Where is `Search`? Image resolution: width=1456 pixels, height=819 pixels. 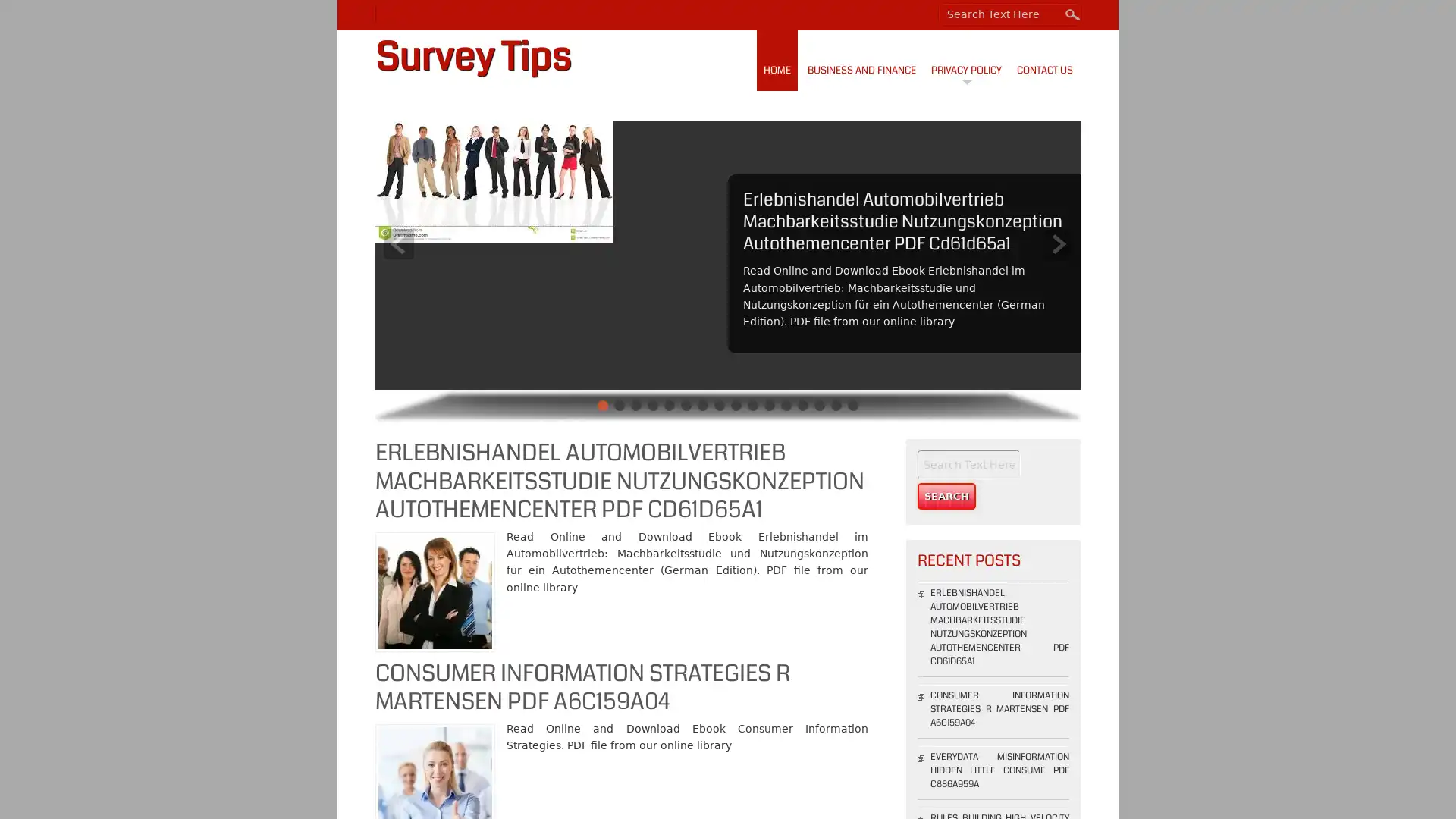 Search is located at coordinates (946, 496).